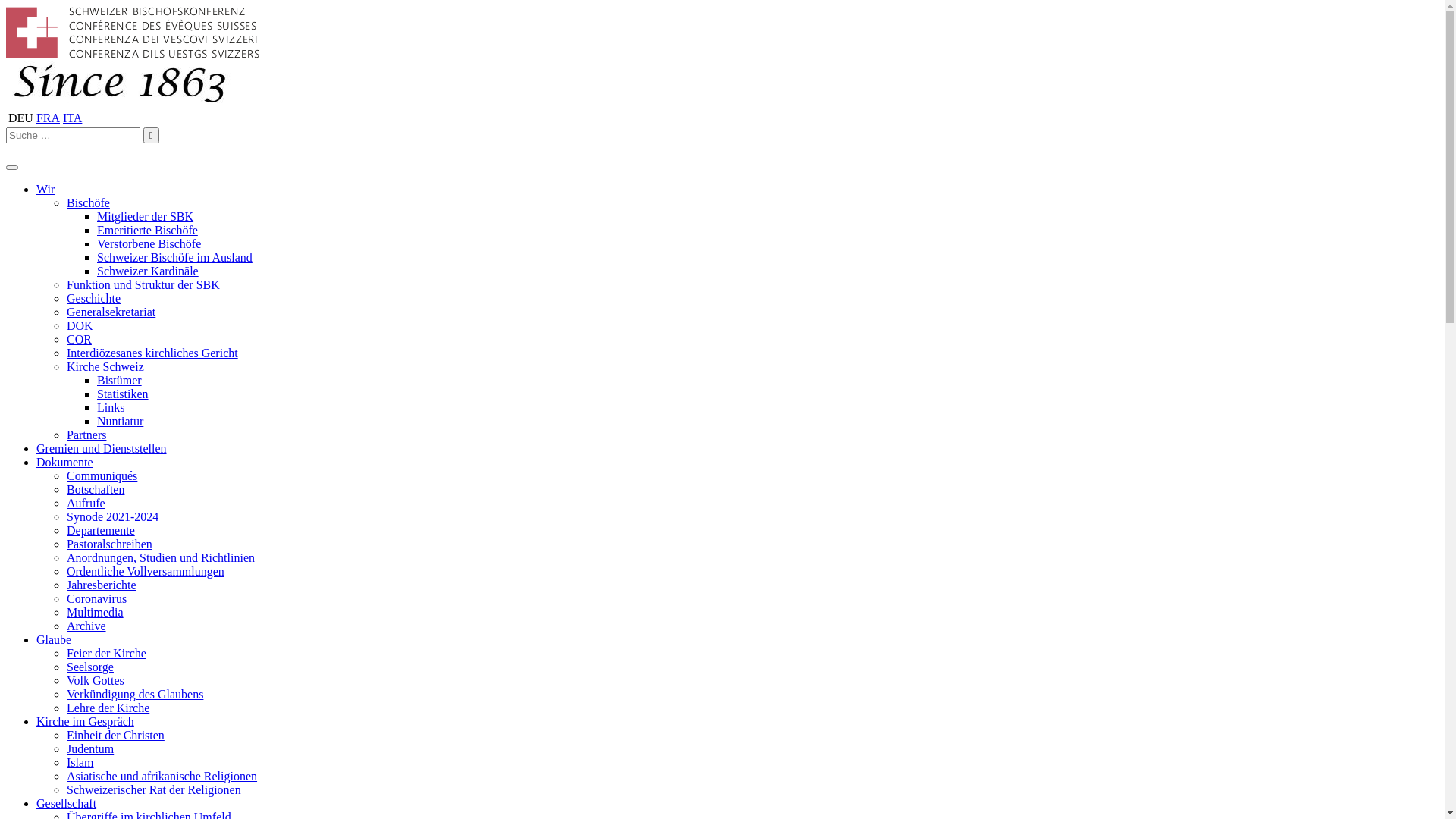  I want to click on 'Schweizerischer Rat der Religionen', so click(153, 789).